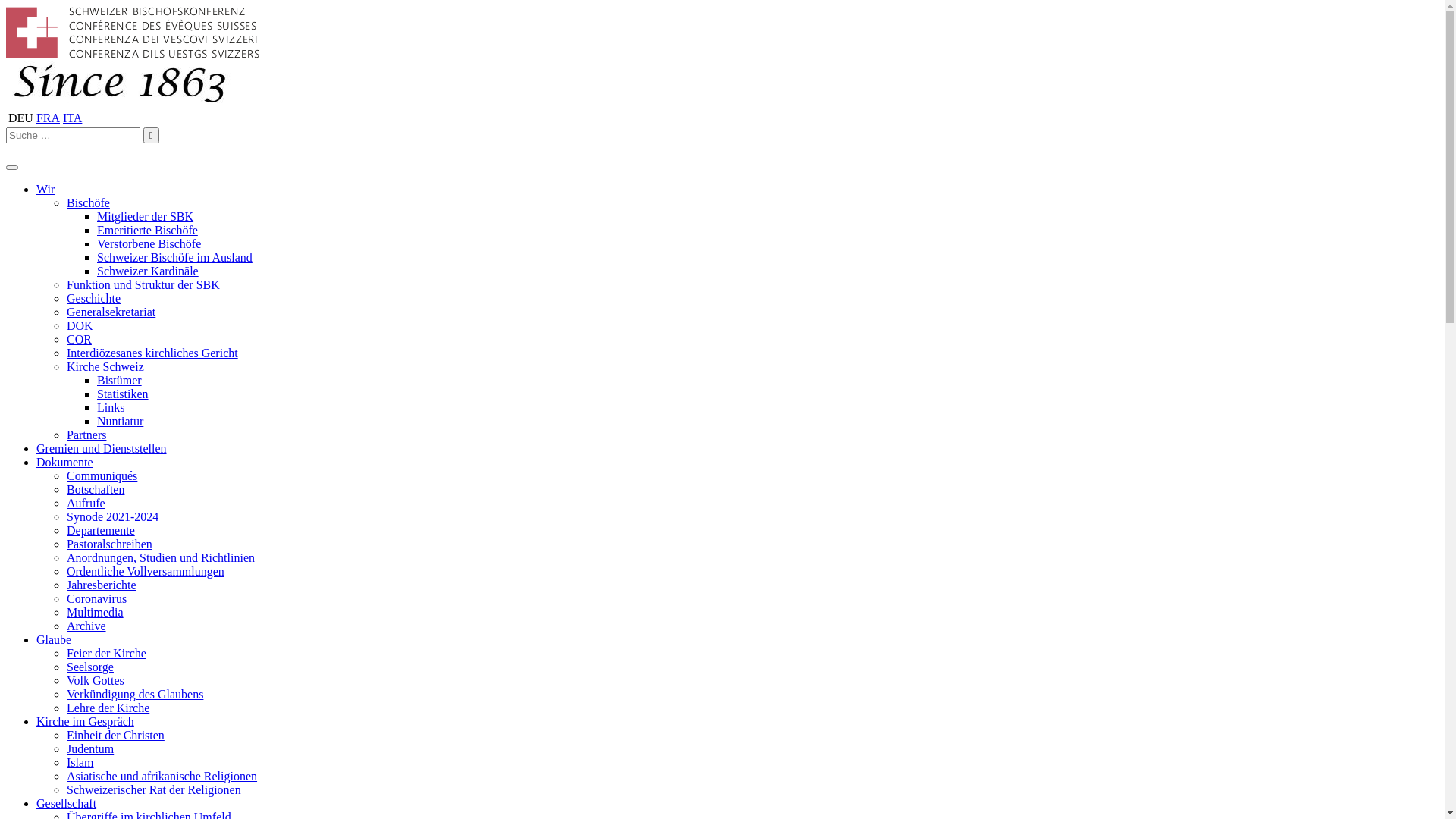  I want to click on 'Schweizerischer Rat der Religionen', so click(153, 789).